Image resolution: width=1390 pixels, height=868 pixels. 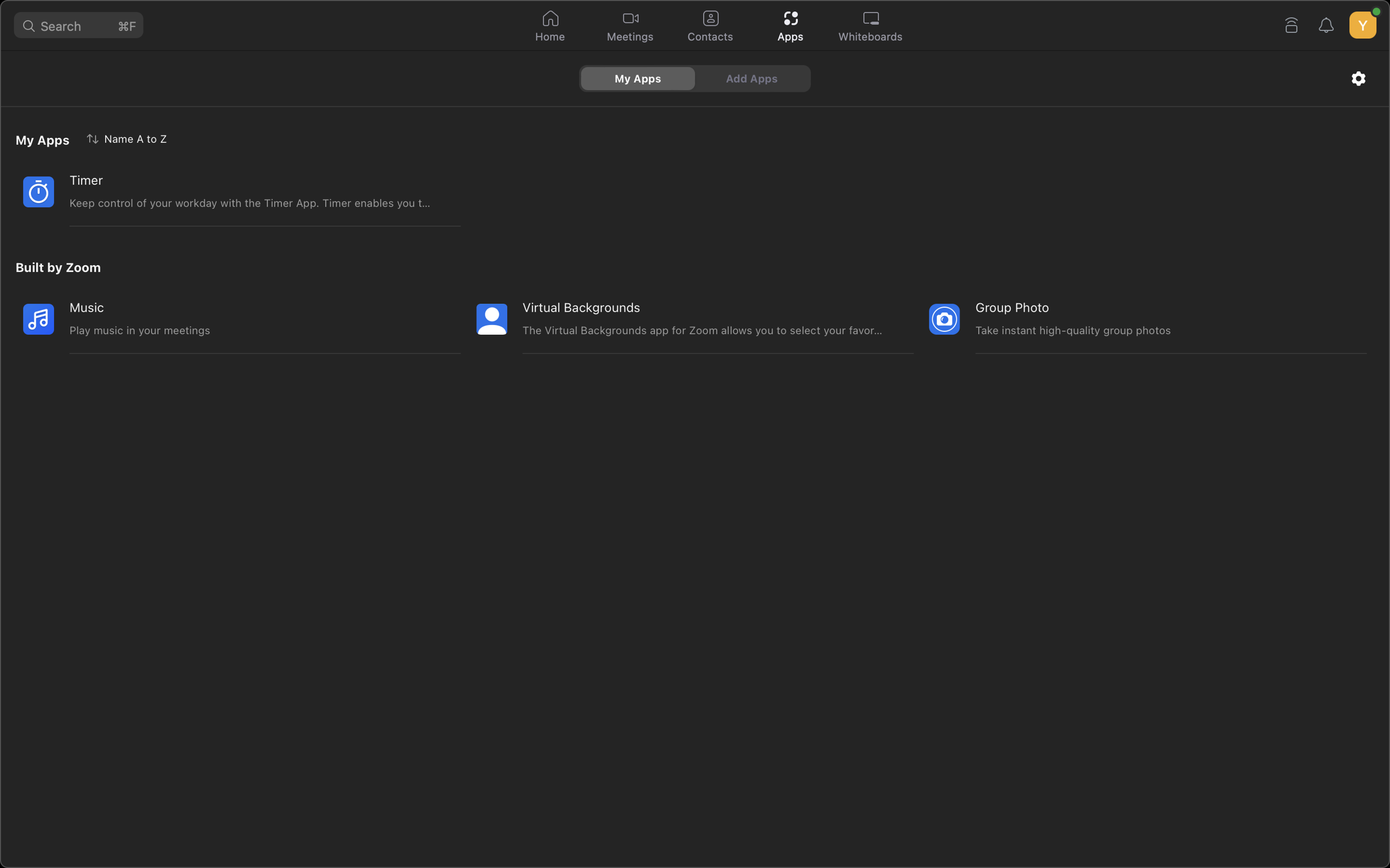 I want to click on Zoom configuration settings, so click(x=1358, y=77).